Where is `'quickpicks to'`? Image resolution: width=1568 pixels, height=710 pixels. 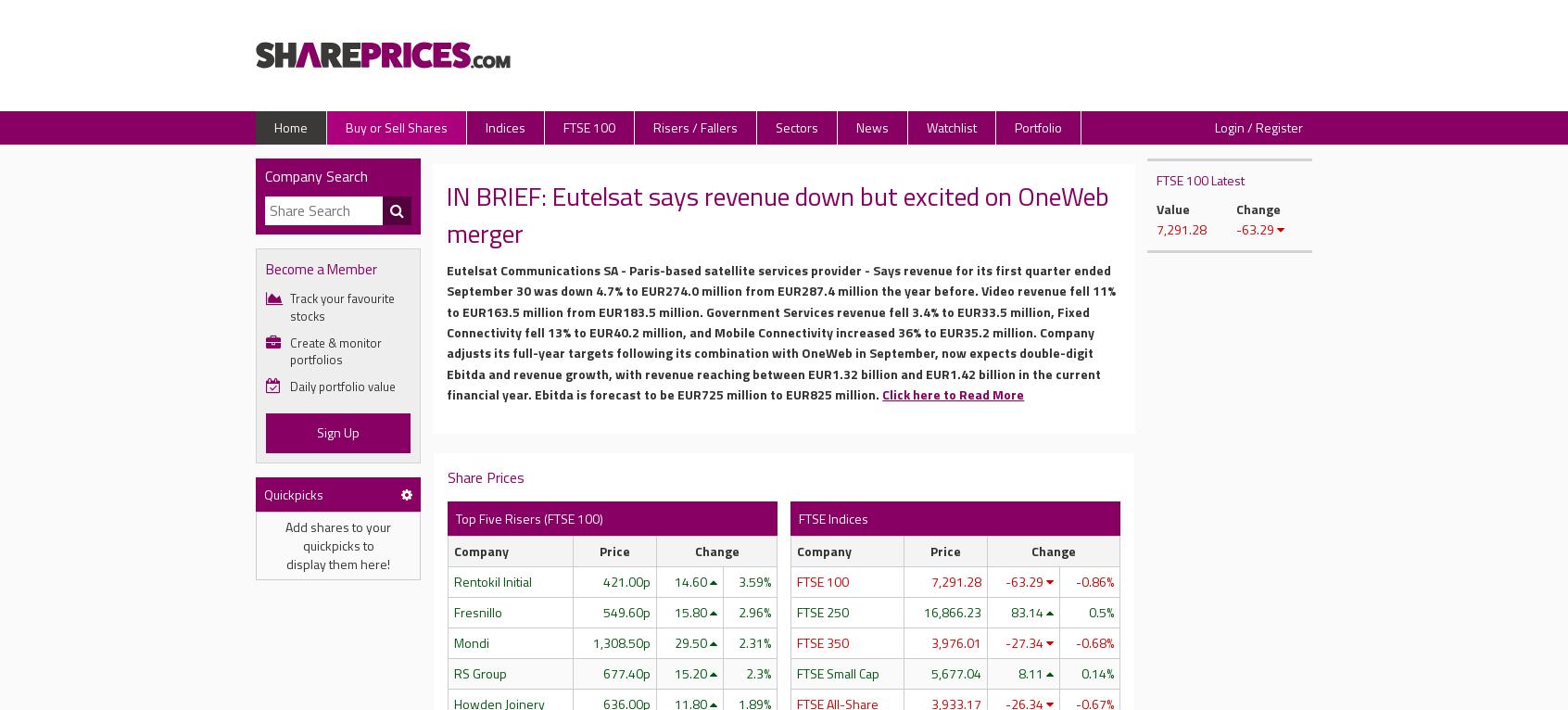
'quickpicks to' is located at coordinates (337, 544).